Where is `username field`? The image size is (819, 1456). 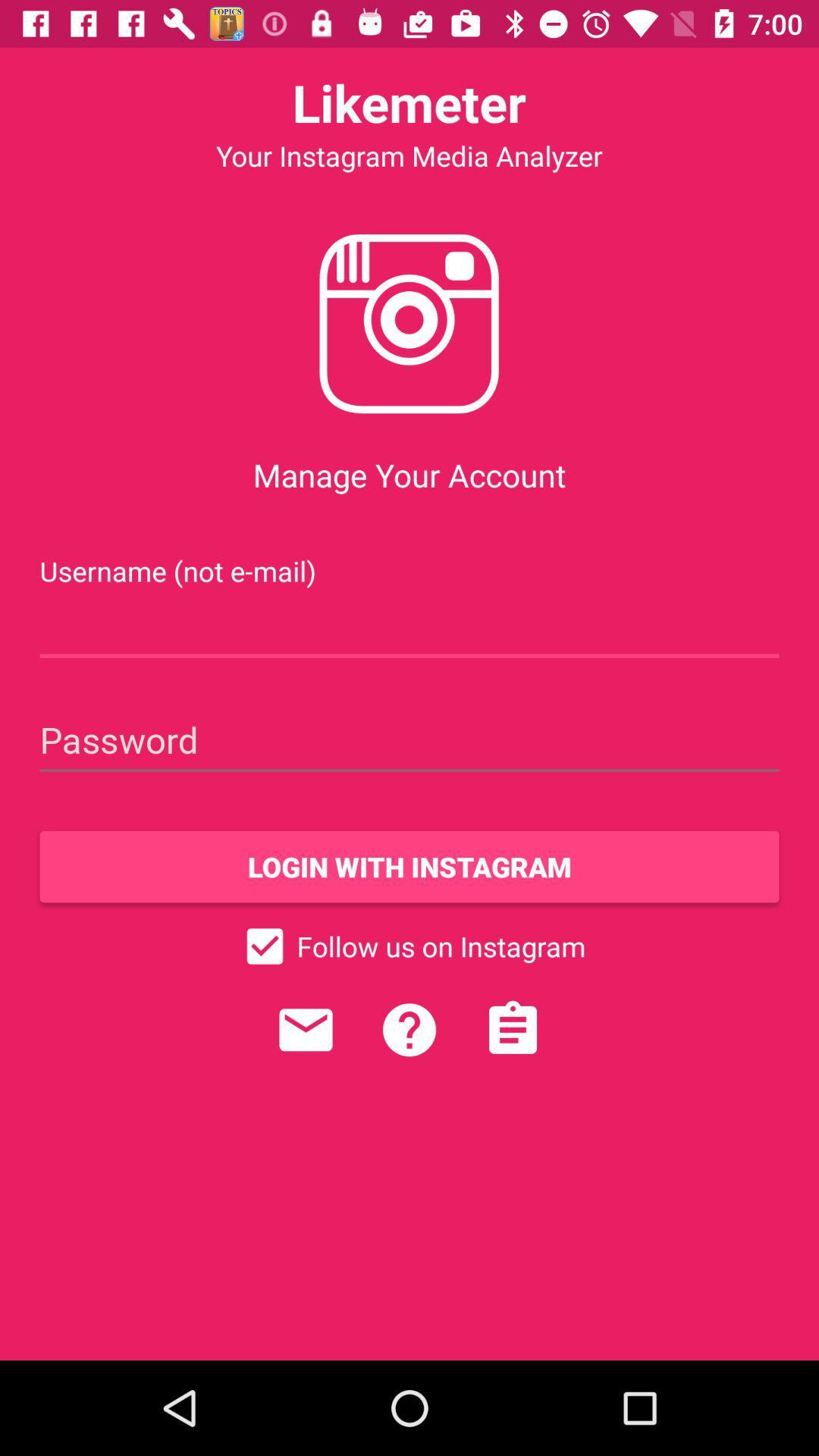 username field is located at coordinates (409, 626).